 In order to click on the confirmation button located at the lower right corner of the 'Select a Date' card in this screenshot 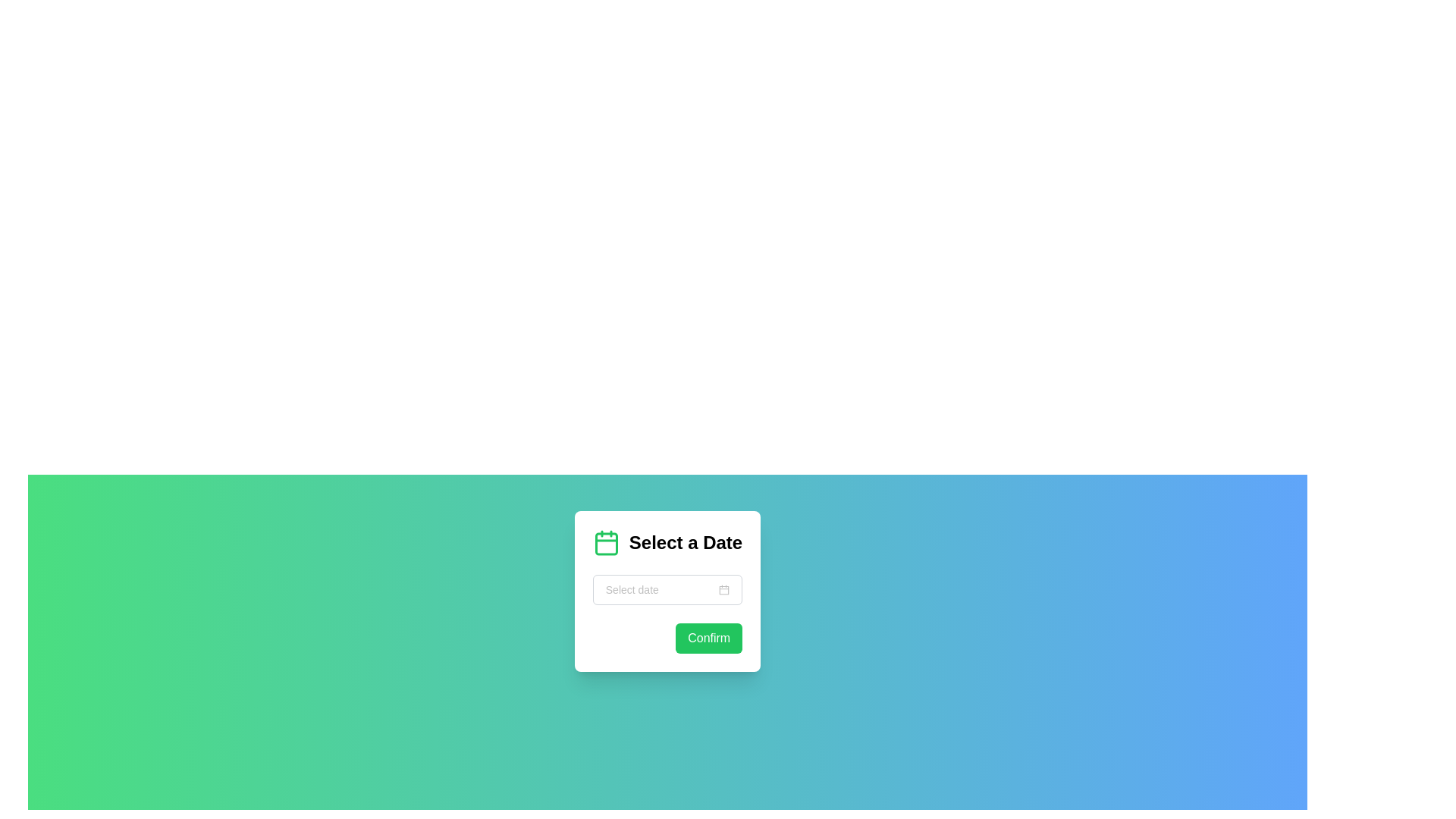, I will do `click(667, 638)`.